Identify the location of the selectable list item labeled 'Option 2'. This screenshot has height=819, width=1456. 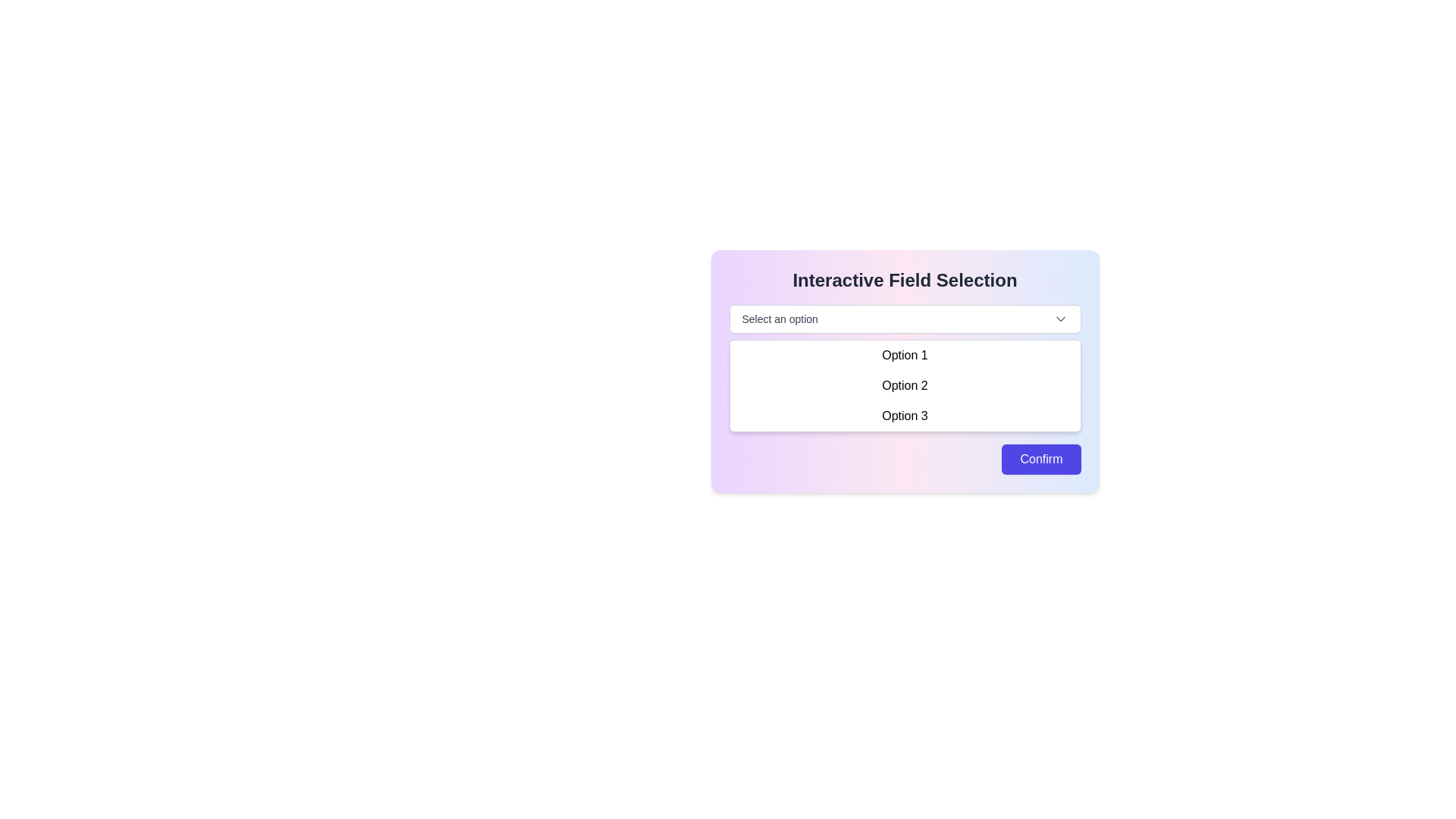
(905, 385).